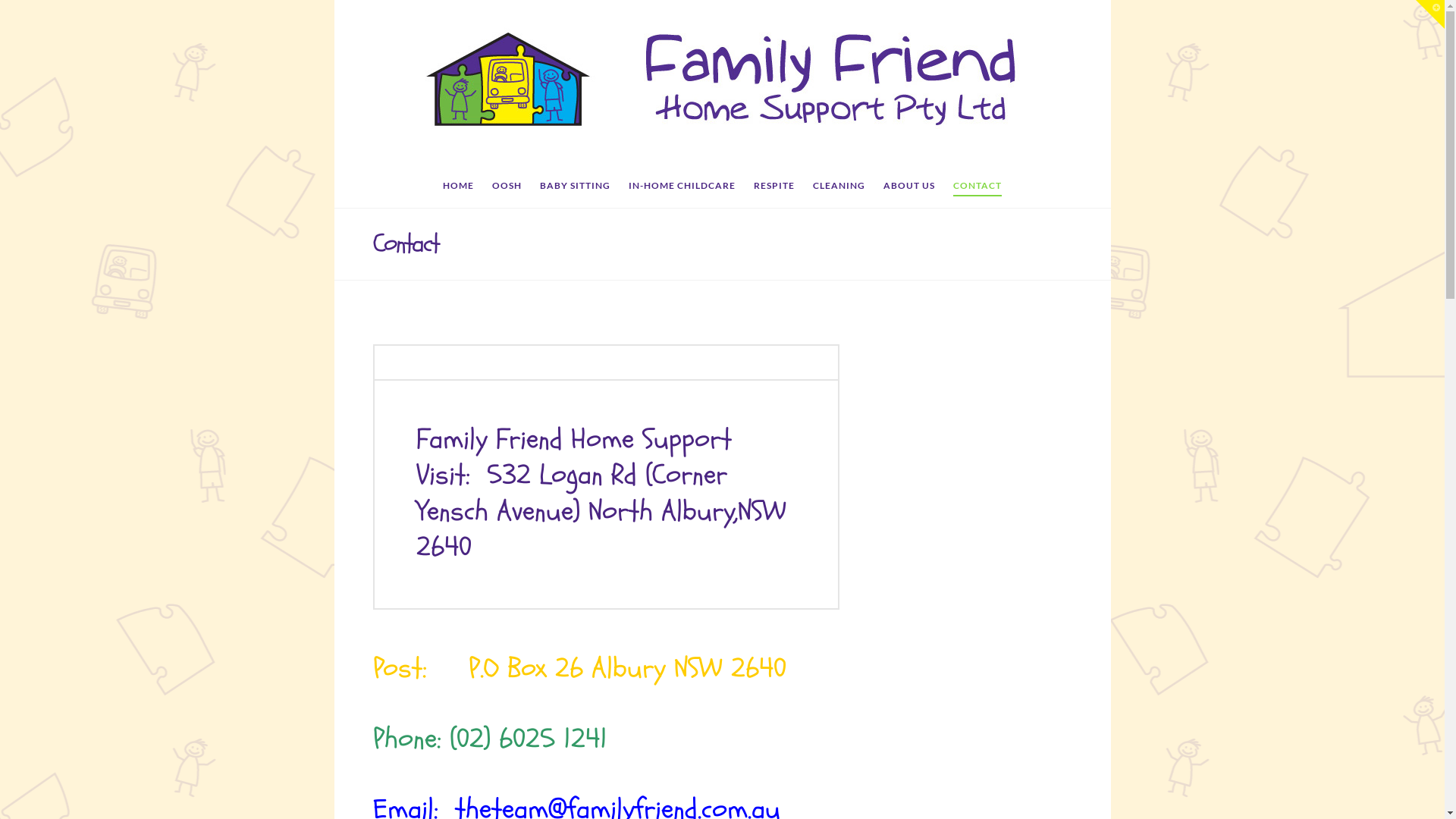 The height and width of the screenshot is (819, 1456). Describe the element at coordinates (574, 188) in the screenshot. I see `'BABY SITTING'` at that location.